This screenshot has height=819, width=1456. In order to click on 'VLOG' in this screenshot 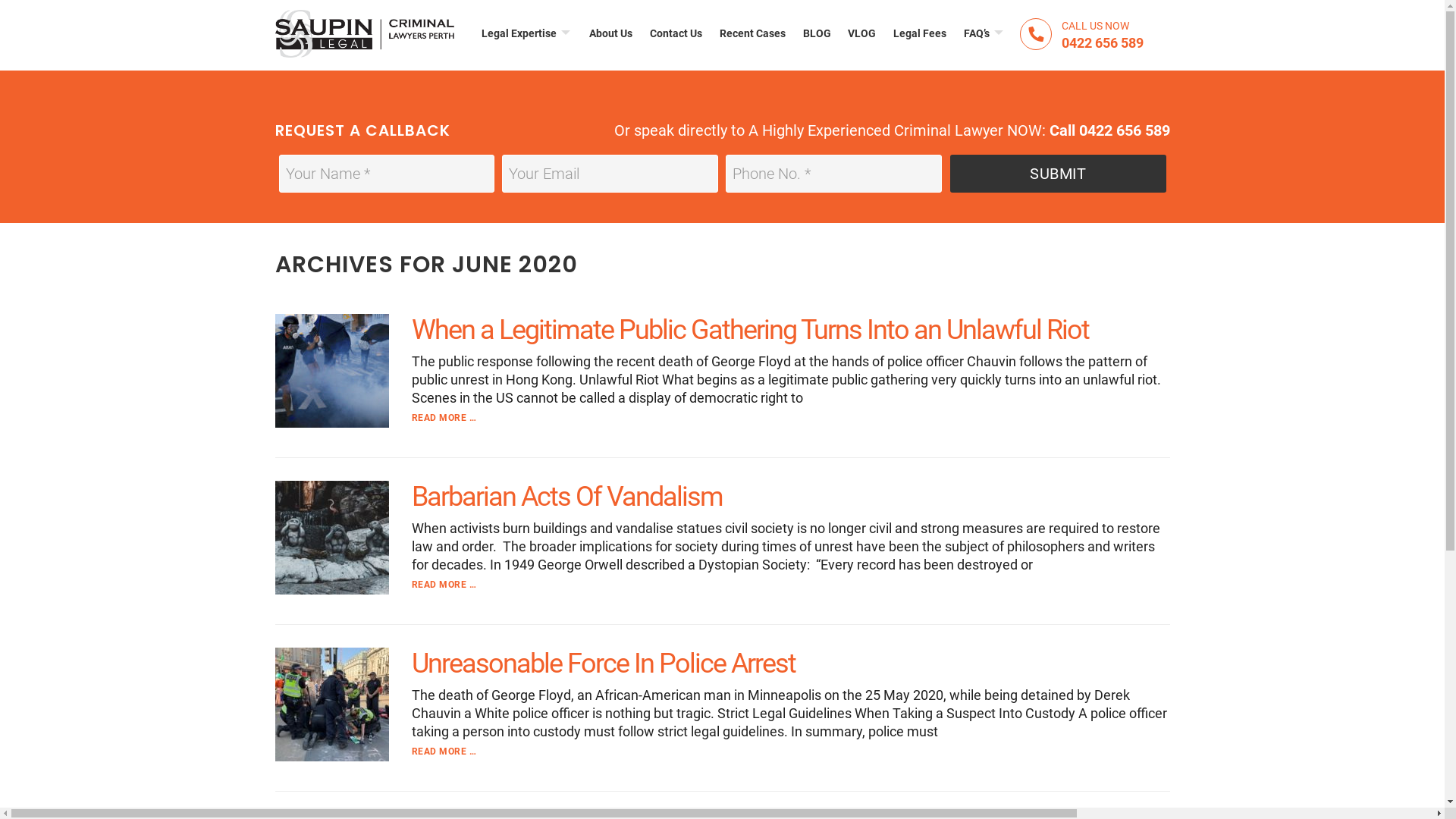, I will do `click(862, 33)`.